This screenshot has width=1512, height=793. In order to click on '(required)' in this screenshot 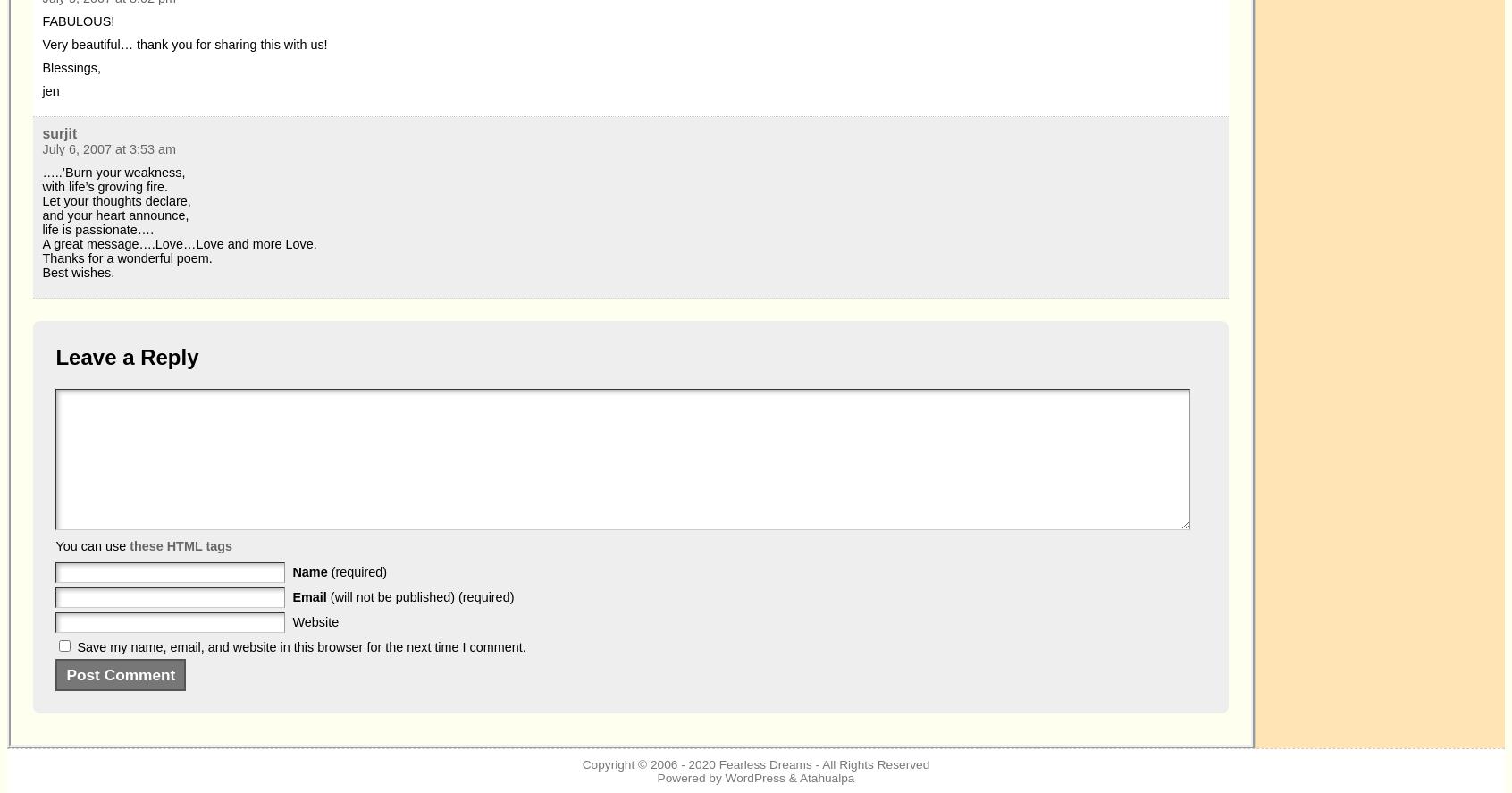, I will do `click(358, 571)`.